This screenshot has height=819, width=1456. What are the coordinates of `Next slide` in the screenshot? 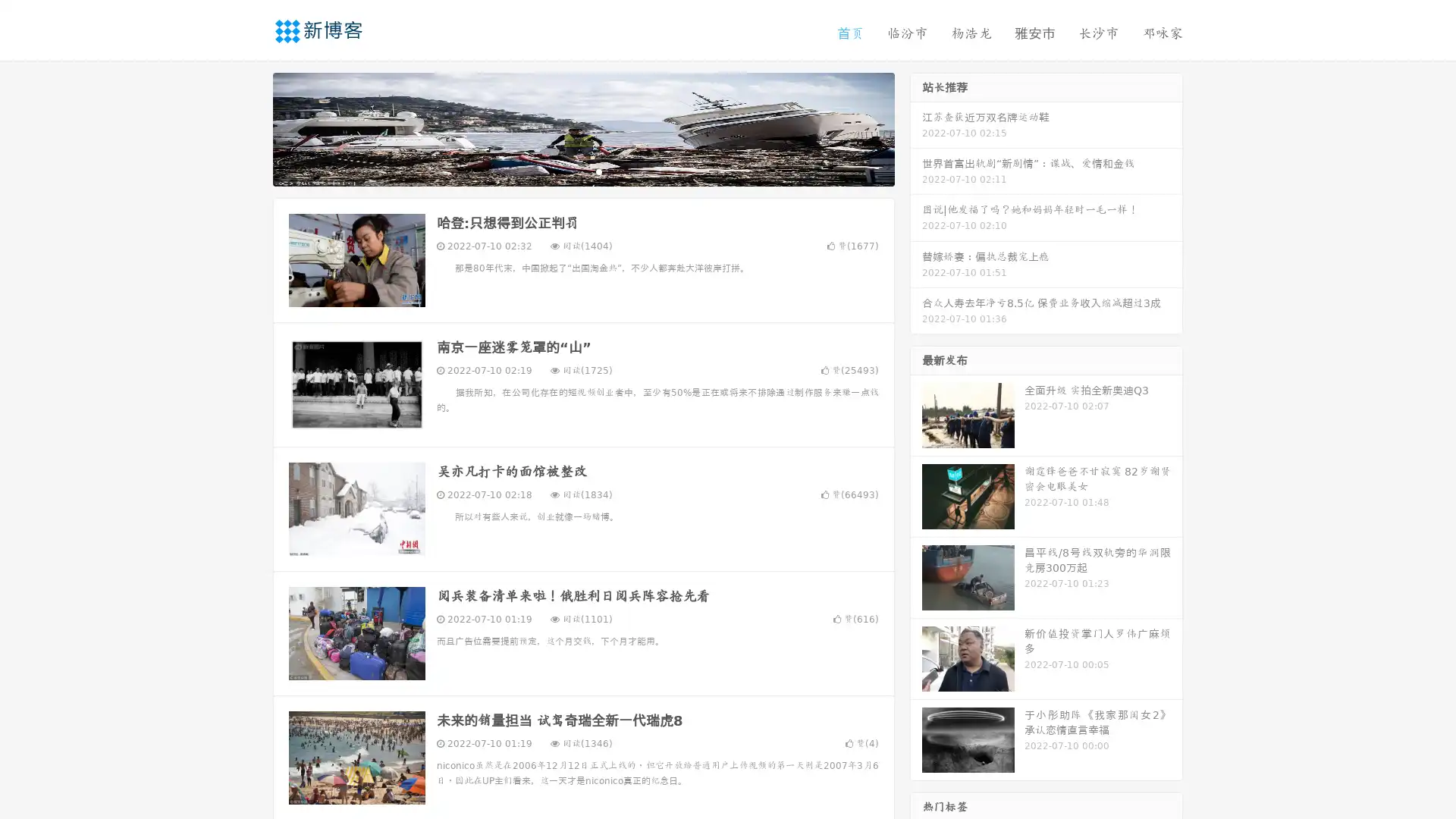 It's located at (916, 127).